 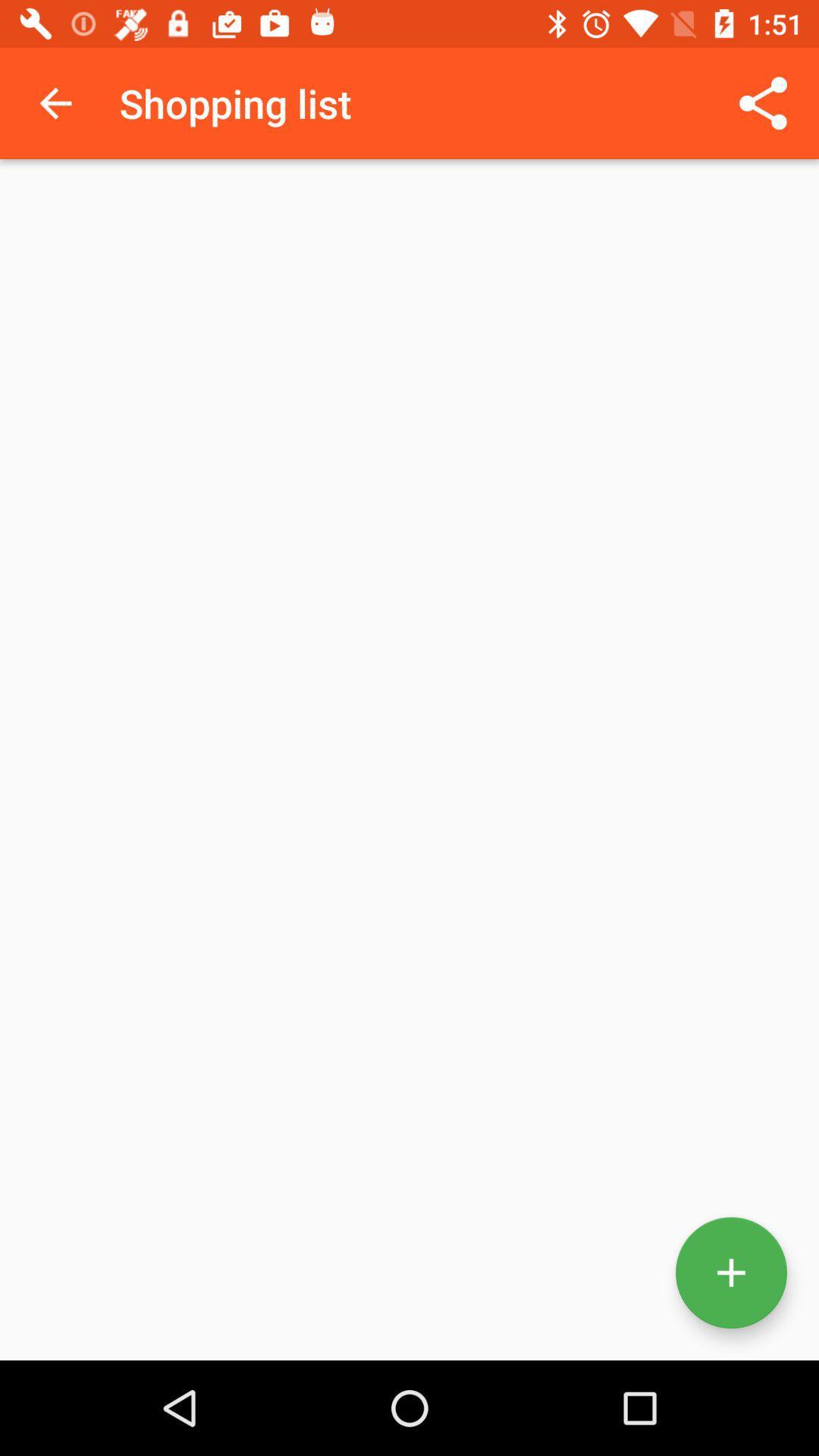 What do you see at coordinates (730, 1272) in the screenshot?
I see `more information` at bounding box center [730, 1272].